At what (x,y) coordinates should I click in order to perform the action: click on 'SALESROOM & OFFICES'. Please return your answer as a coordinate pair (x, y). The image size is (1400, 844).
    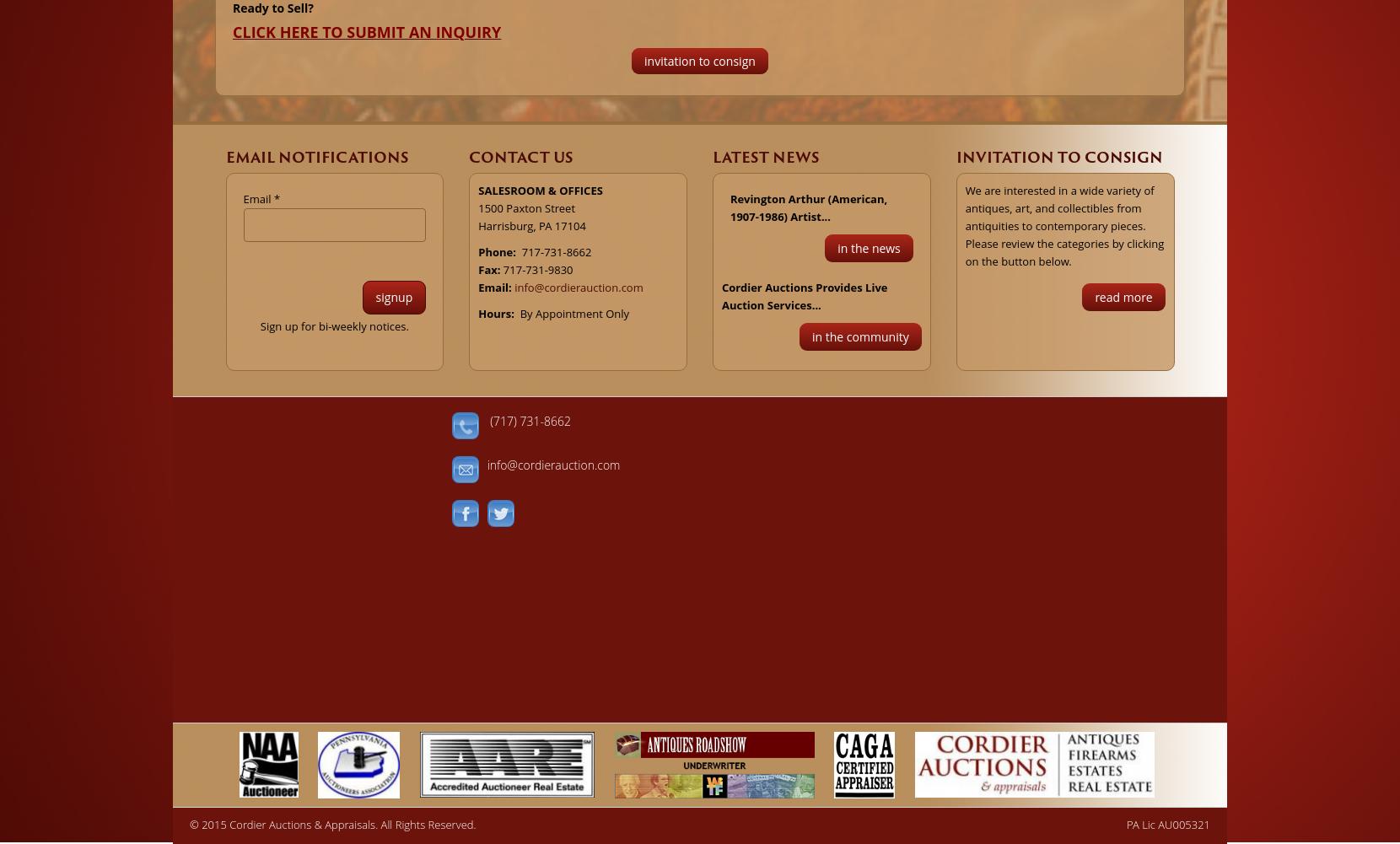
    Looking at the image, I should click on (539, 189).